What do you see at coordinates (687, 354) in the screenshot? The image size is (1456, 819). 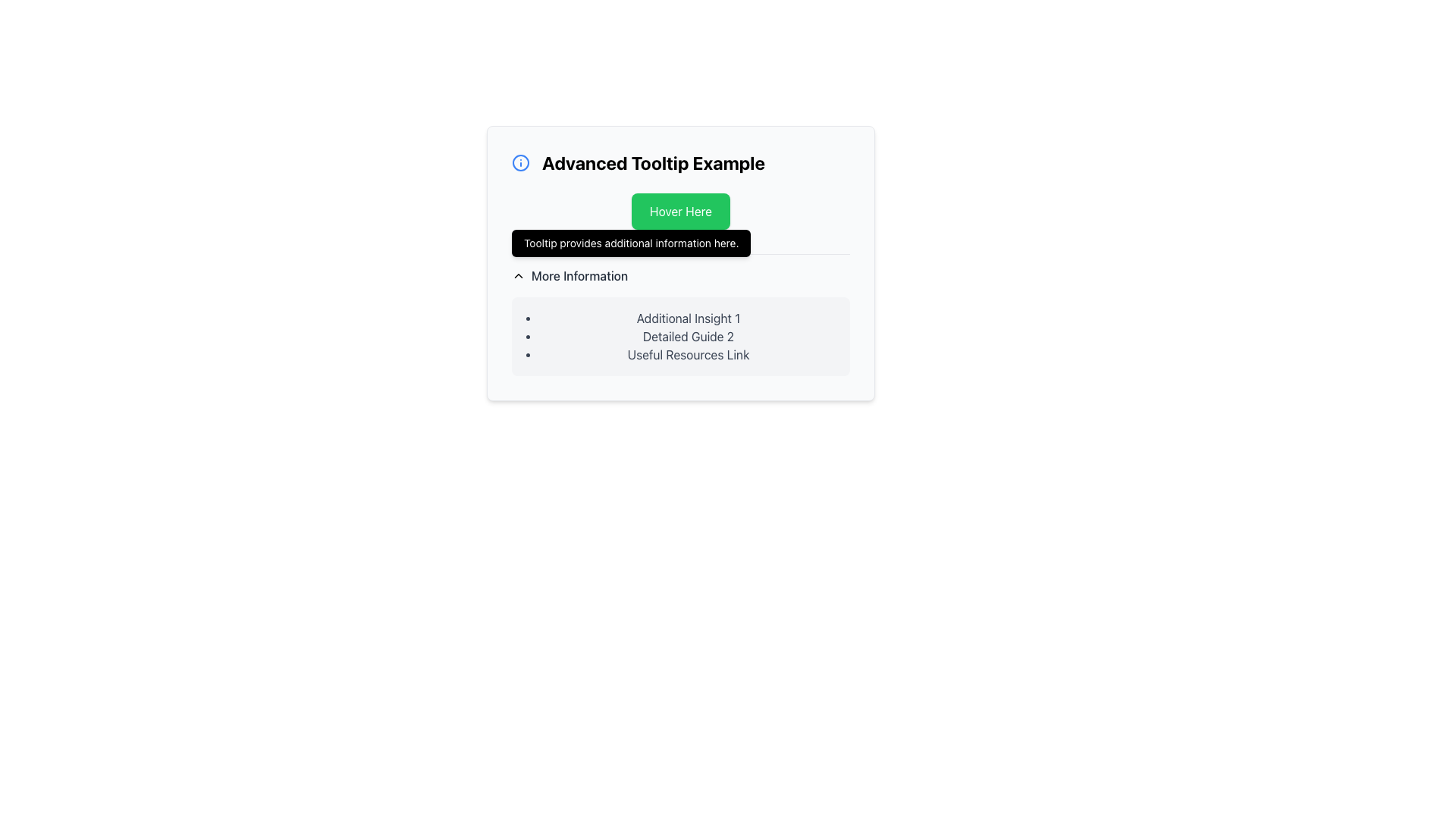 I see `the non-interactive list item displaying the text 'Useful Resources Link' which is the last item in a bulleted list within the 'More Information' section` at bounding box center [687, 354].